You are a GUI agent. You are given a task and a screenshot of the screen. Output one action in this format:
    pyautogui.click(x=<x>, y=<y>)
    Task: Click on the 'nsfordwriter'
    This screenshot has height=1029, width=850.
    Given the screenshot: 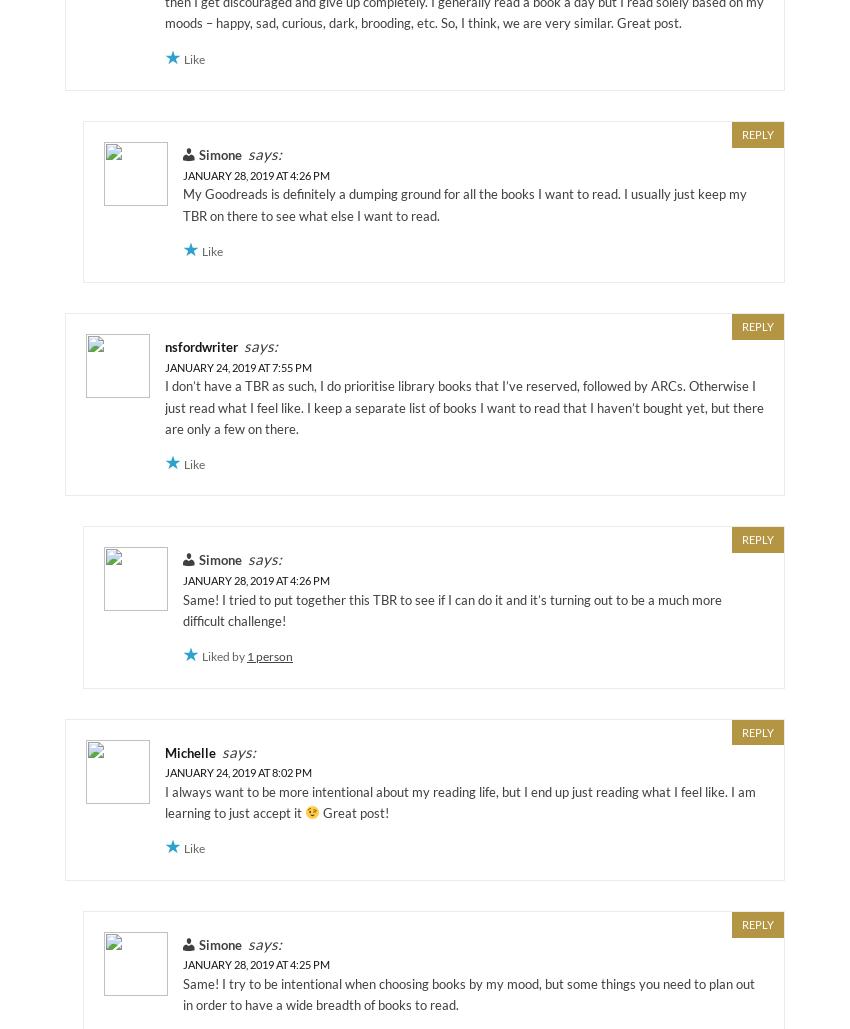 What is the action you would take?
    pyautogui.click(x=200, y=346)
    